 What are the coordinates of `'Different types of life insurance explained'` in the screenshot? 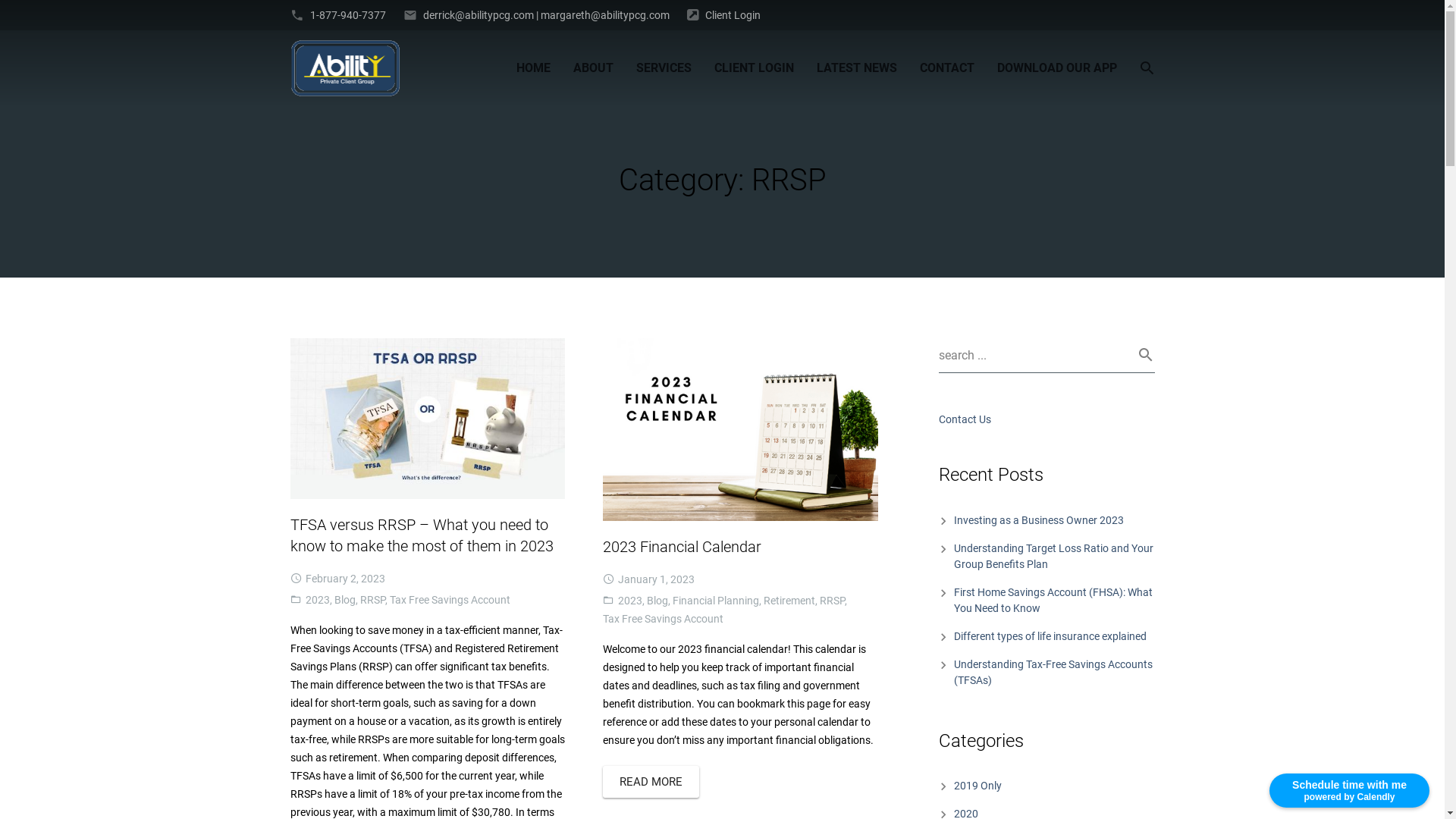 It's located at (1050, 636).